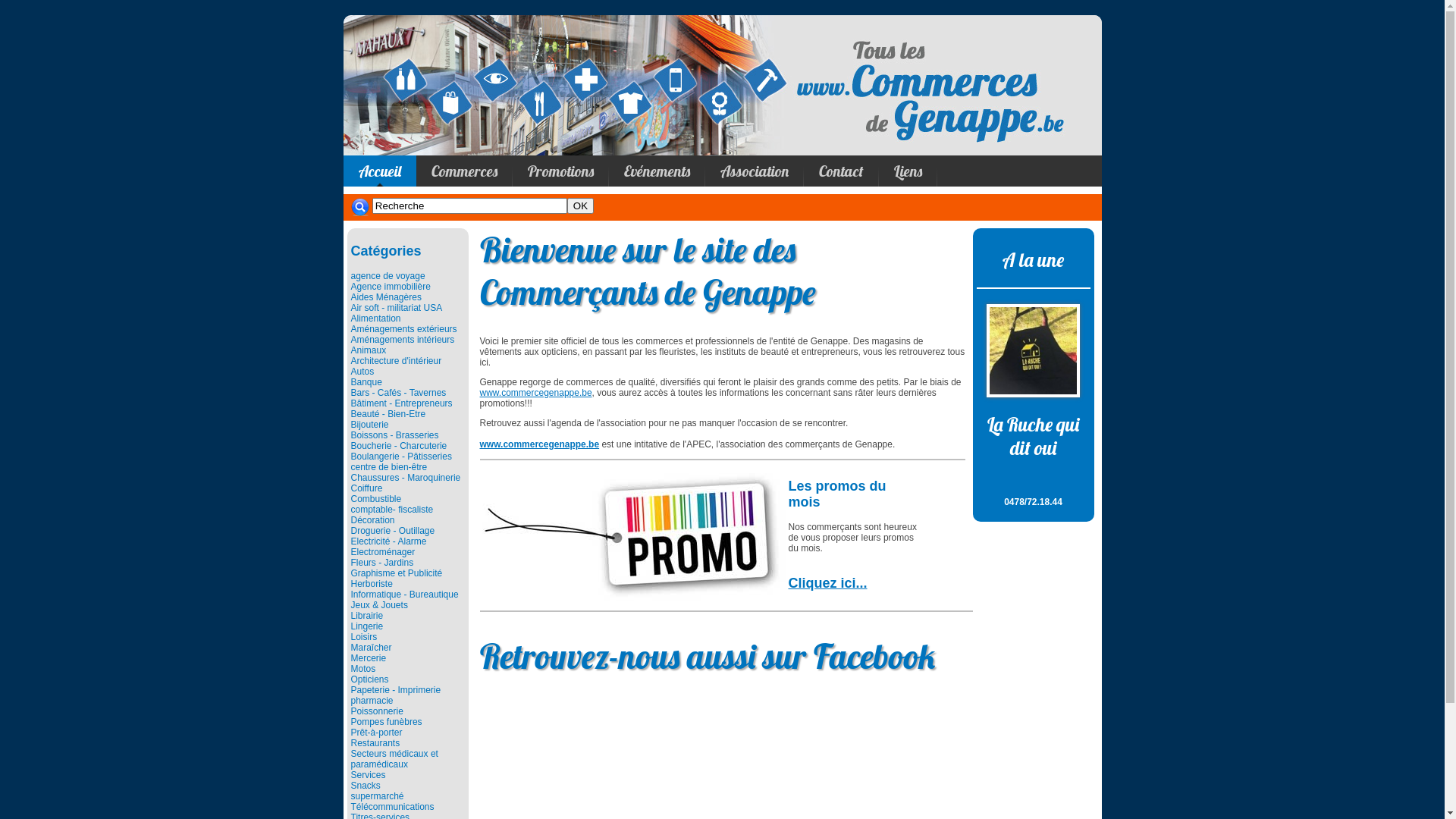 This screenshot has height=819, width=1456. What do you see at coordinates (371, 583) in the screenshot?
I see `'Herboriste'` at bounding box center [371, 583].